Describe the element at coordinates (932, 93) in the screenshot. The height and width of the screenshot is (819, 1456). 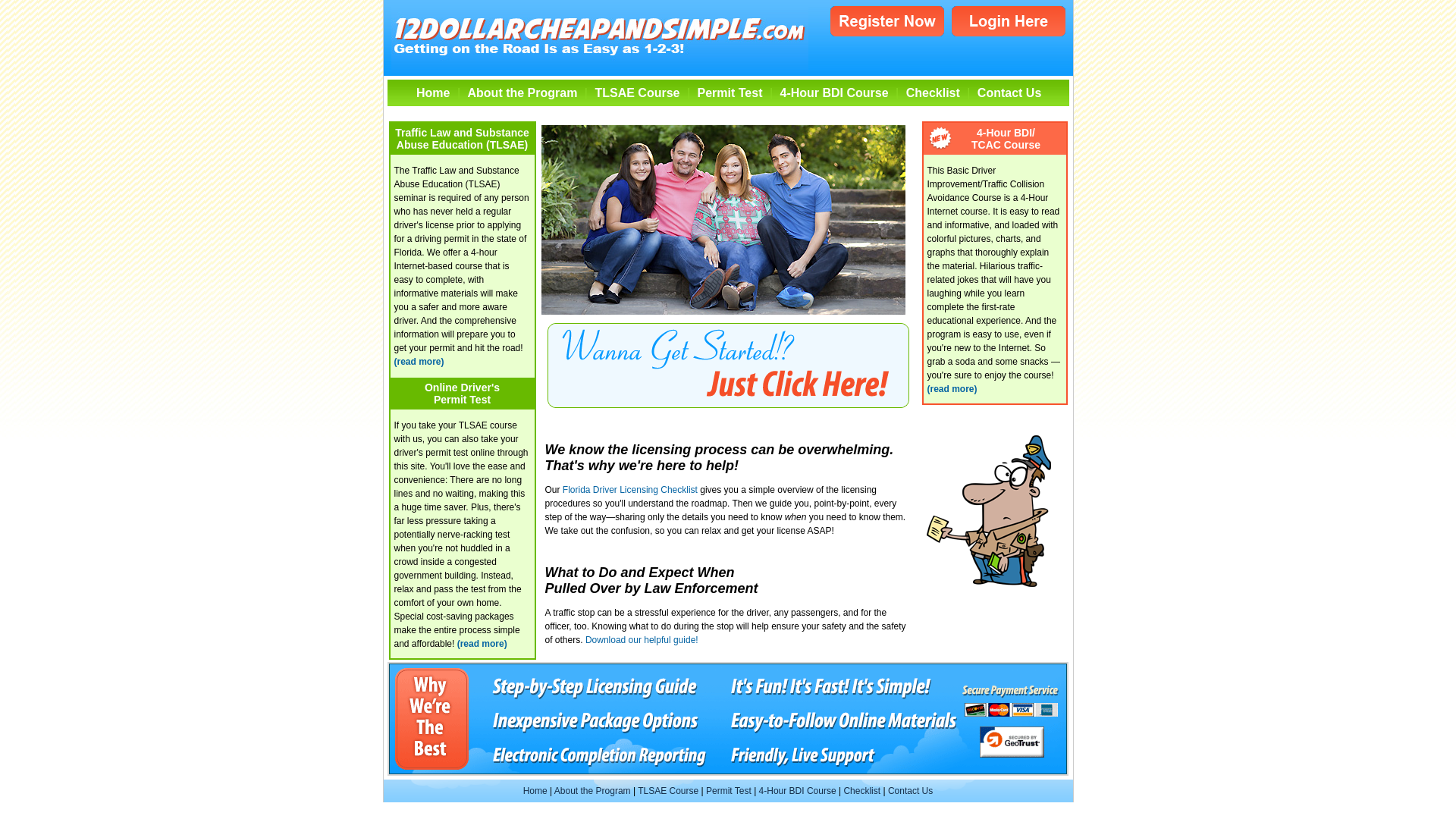
I see `'Checklist'` at that location.